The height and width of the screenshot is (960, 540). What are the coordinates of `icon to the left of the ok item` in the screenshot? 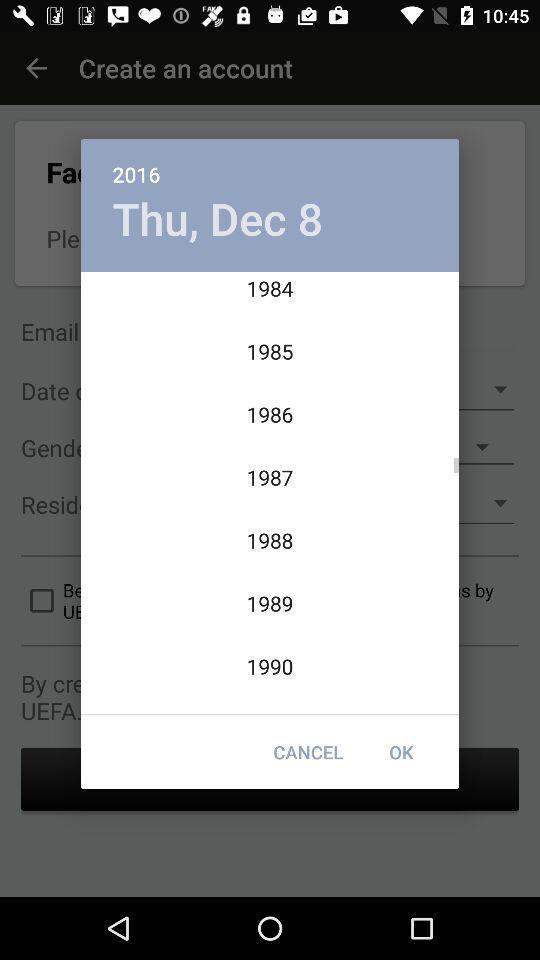 It's located at (308, 751).